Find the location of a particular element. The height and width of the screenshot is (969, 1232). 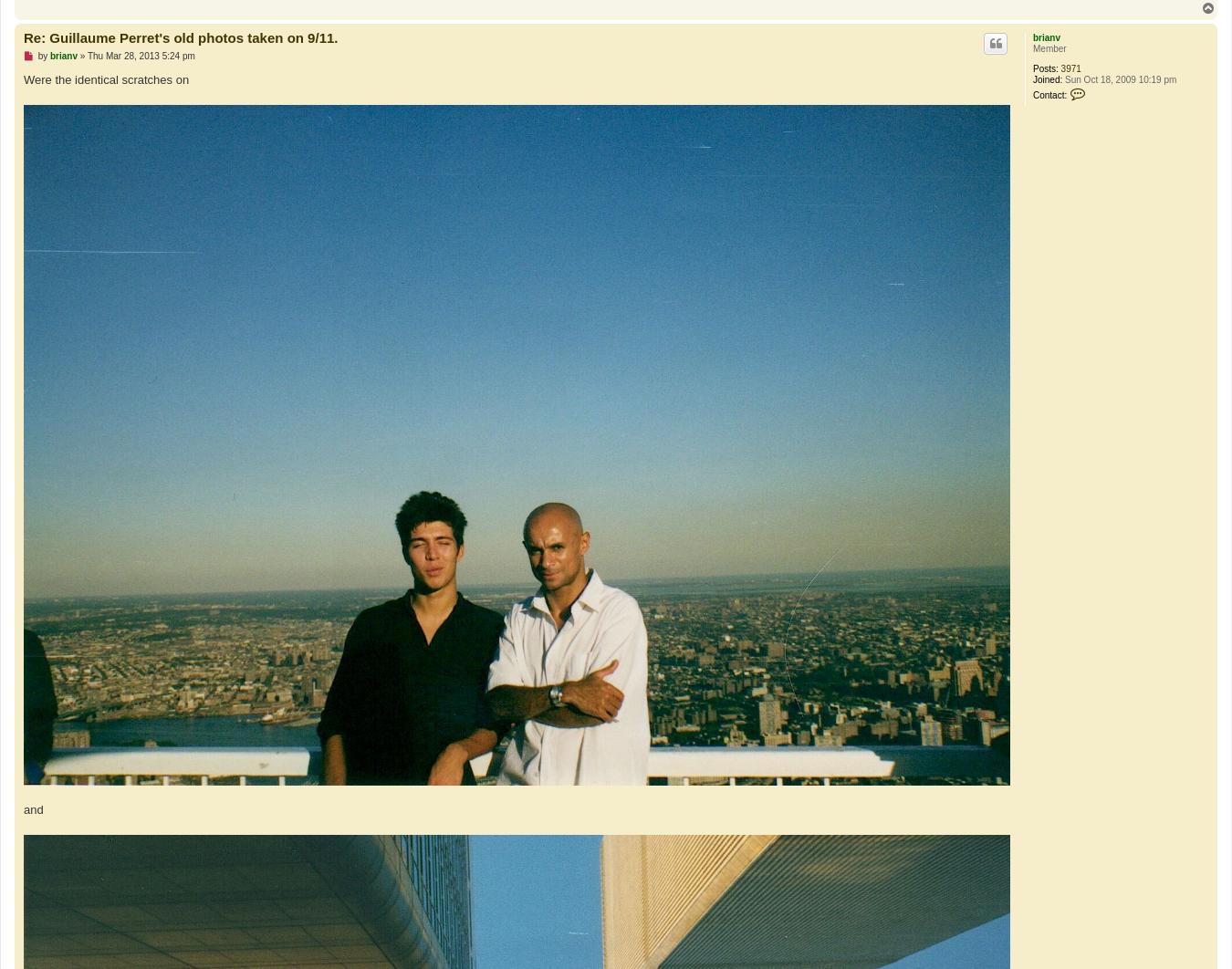

'Contact:' is located at coordinates (1031, 94).